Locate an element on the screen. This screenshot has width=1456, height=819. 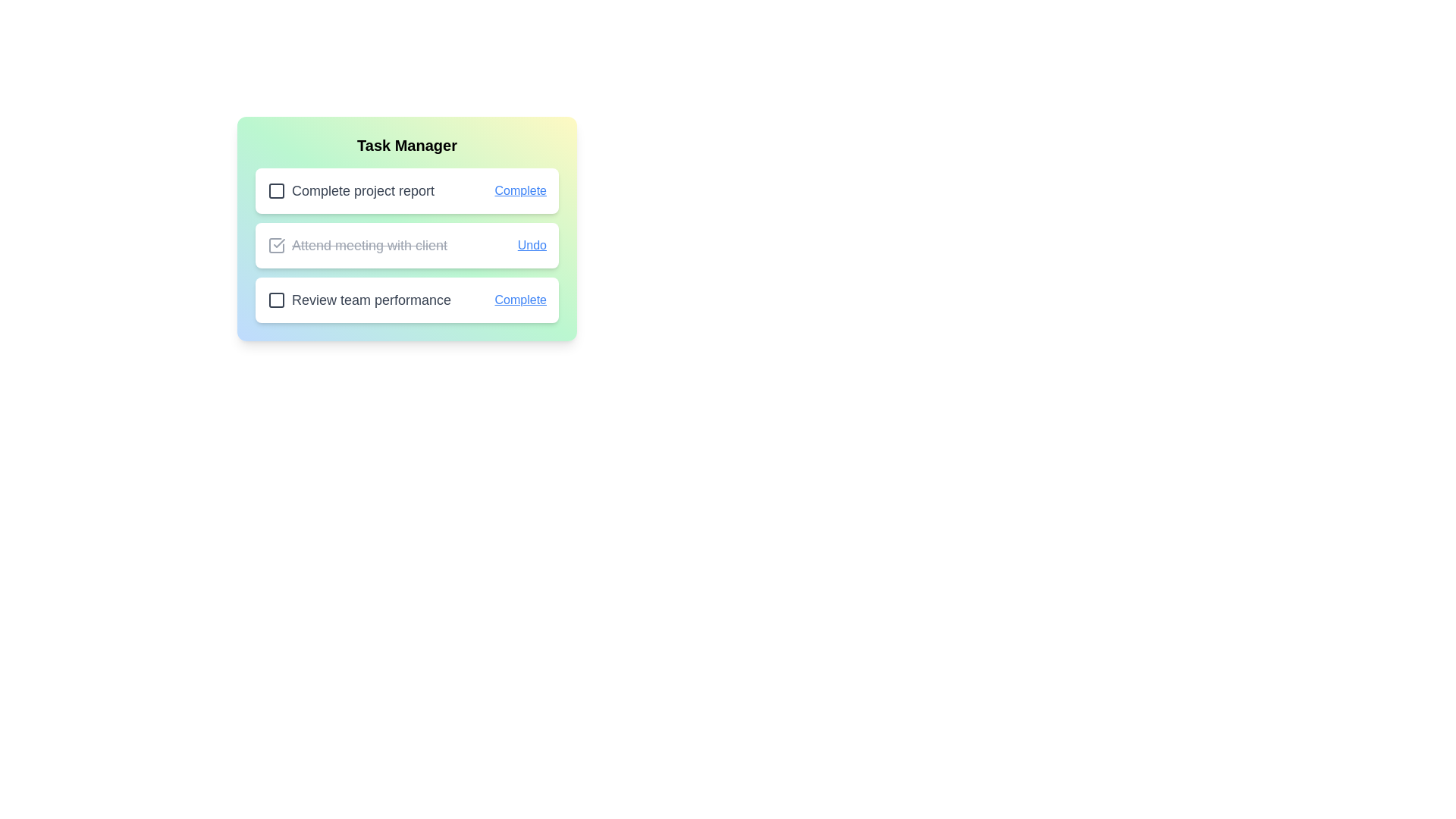
the button labeled Complete for the task Complete project report is located at coordinates (520, 190).